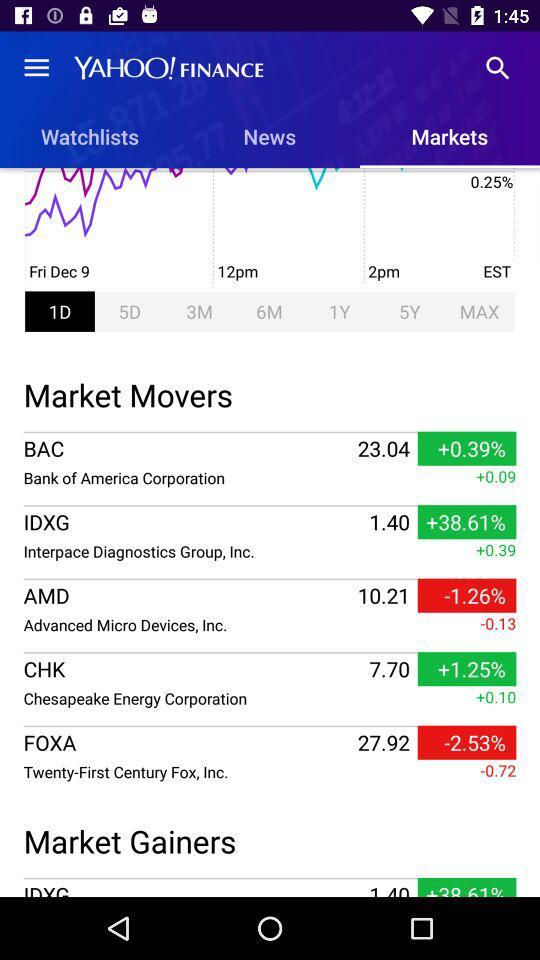  Describe the element at coordinates (36, 68) in the screenshot. I see `item above the watchlists` at that location.